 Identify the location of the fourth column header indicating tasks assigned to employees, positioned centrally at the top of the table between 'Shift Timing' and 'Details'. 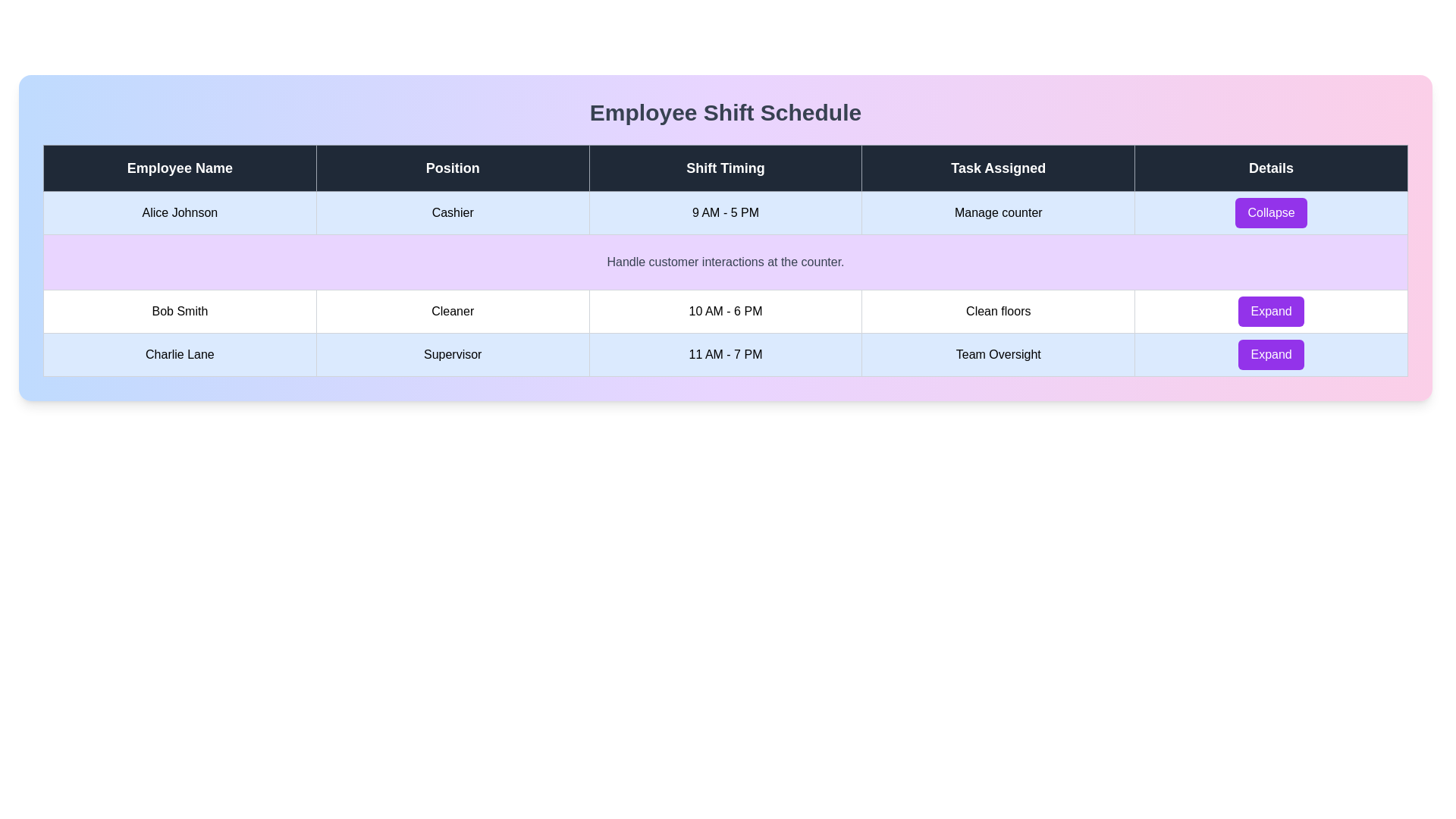
(998, 168).